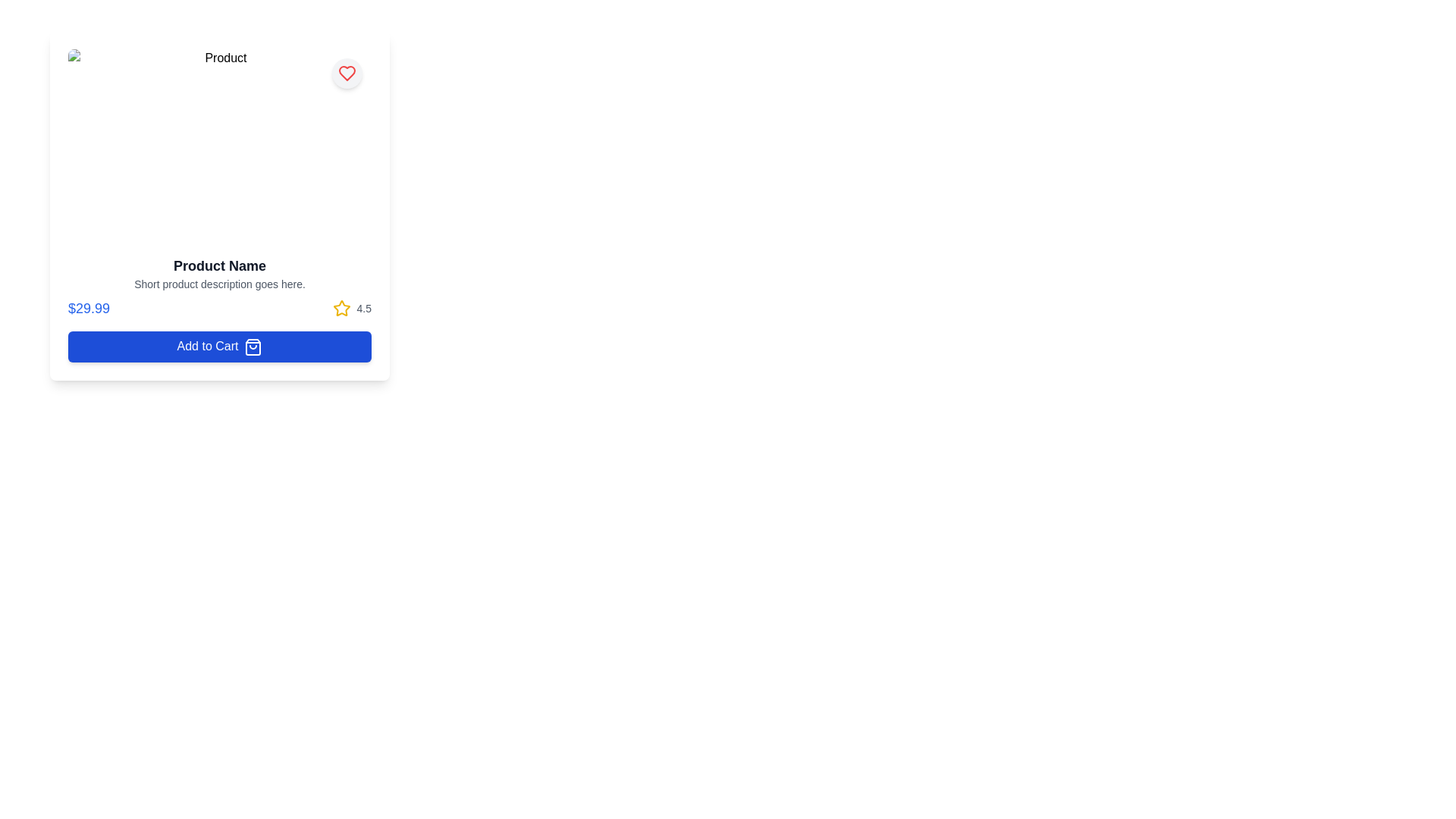  I want to click on the favorite or like icon located in the upper-right corner of the card layout, which is contained within a rounded circular button-like structure, so click(346, 73).